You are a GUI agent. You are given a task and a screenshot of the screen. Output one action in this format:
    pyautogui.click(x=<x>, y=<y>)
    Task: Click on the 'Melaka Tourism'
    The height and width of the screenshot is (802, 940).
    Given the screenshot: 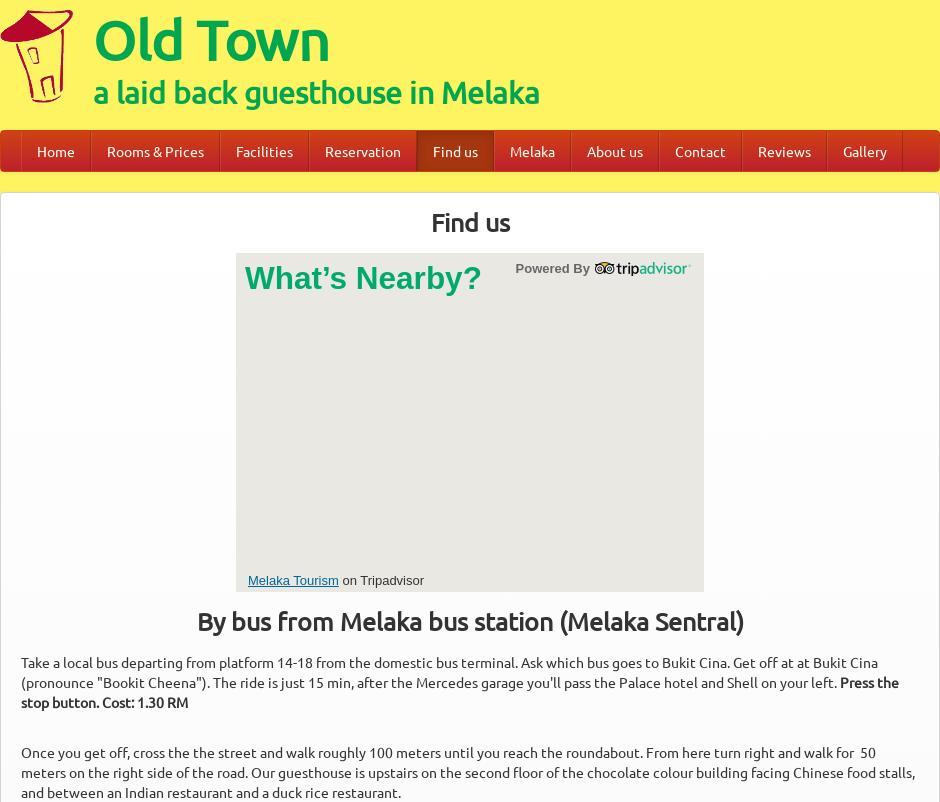 What is the action you would take?
    pyautogui.click(x=291, y=580)
    